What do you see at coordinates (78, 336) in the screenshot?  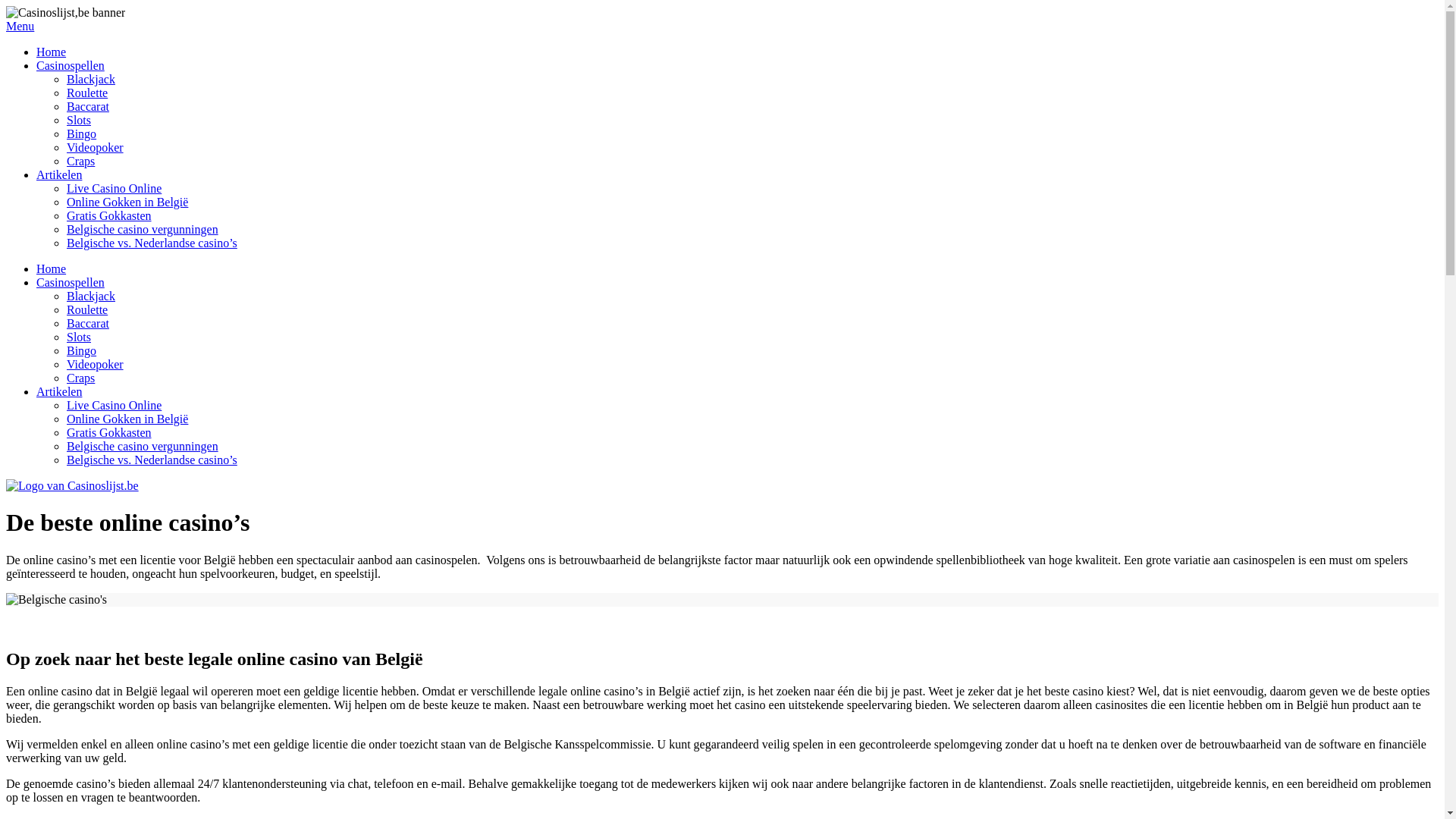 I see `'Slots'` at bounding box center [78, 336].